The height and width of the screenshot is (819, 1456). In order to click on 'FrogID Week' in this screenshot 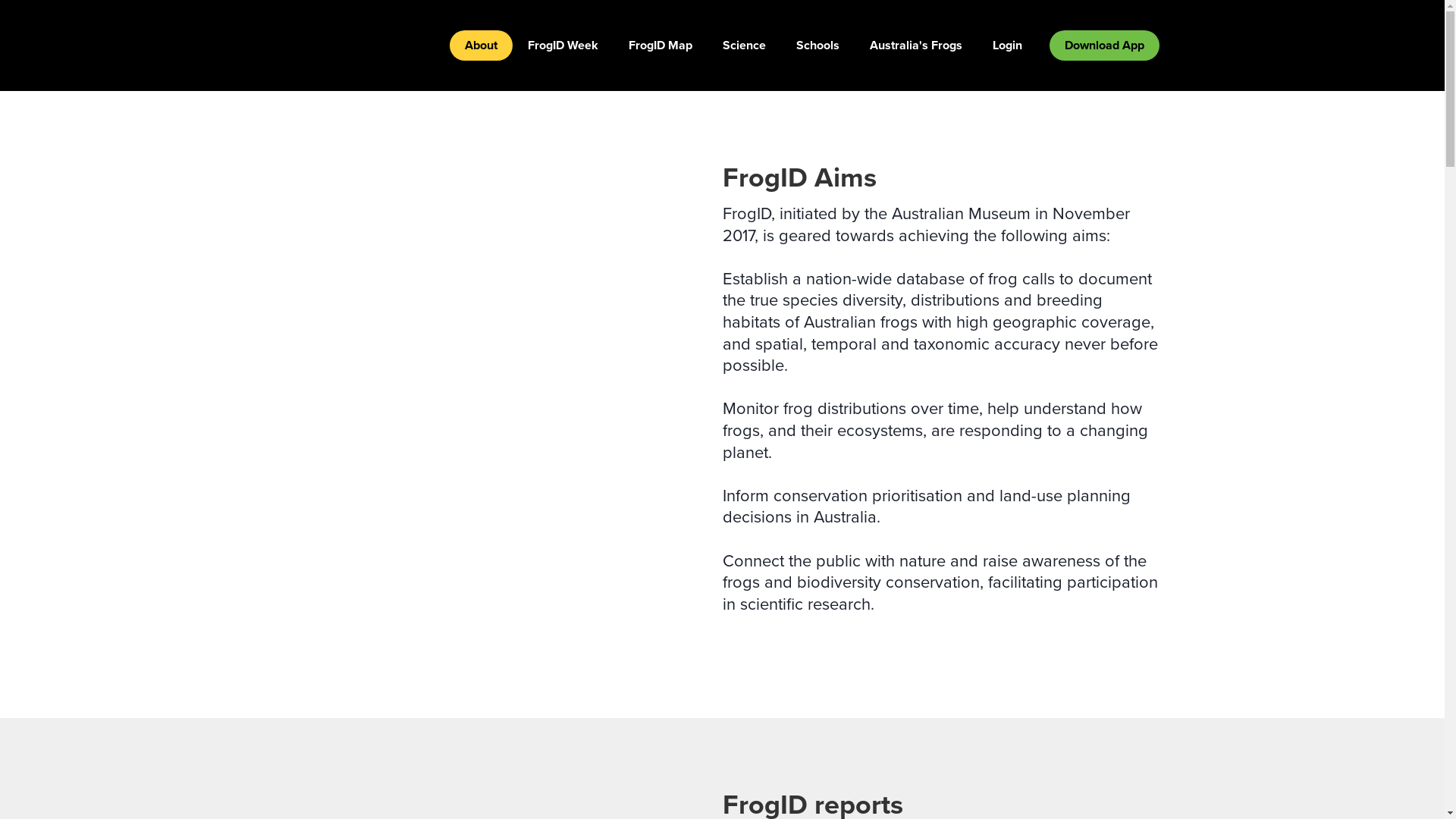, I will do `click(562, 45)`.